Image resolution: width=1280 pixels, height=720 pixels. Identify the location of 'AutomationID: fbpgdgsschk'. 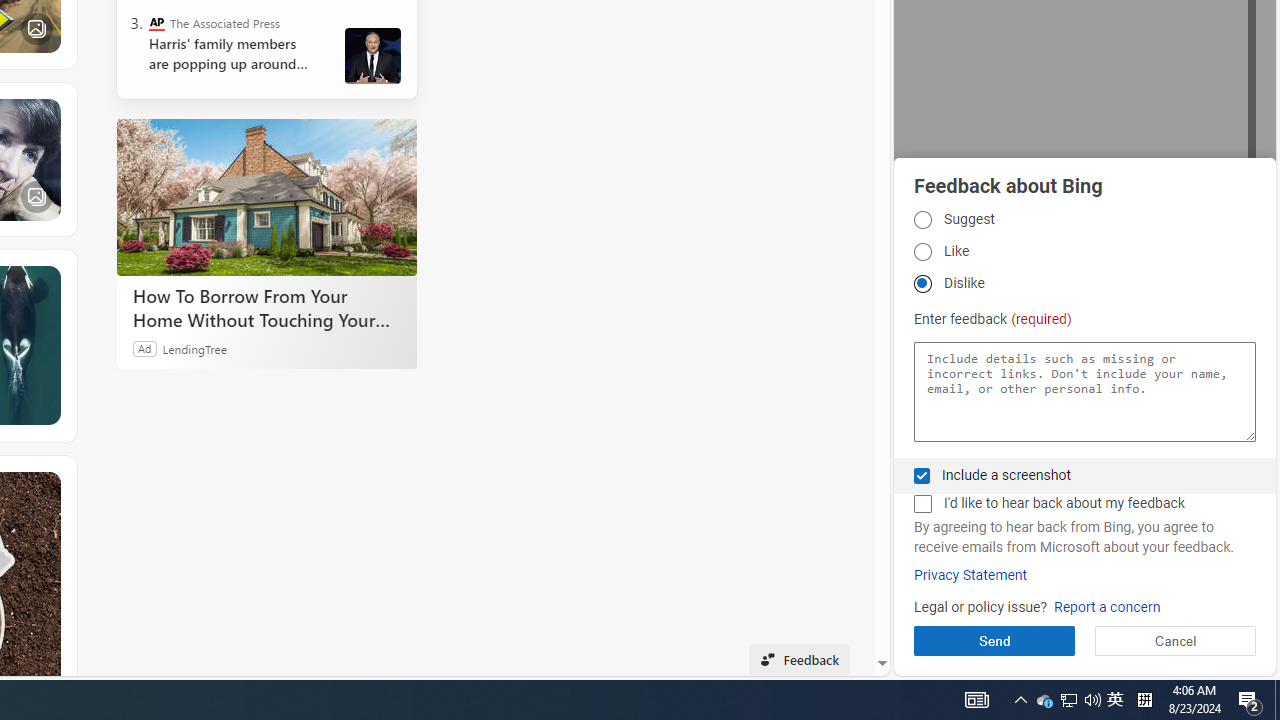
(921, 475).